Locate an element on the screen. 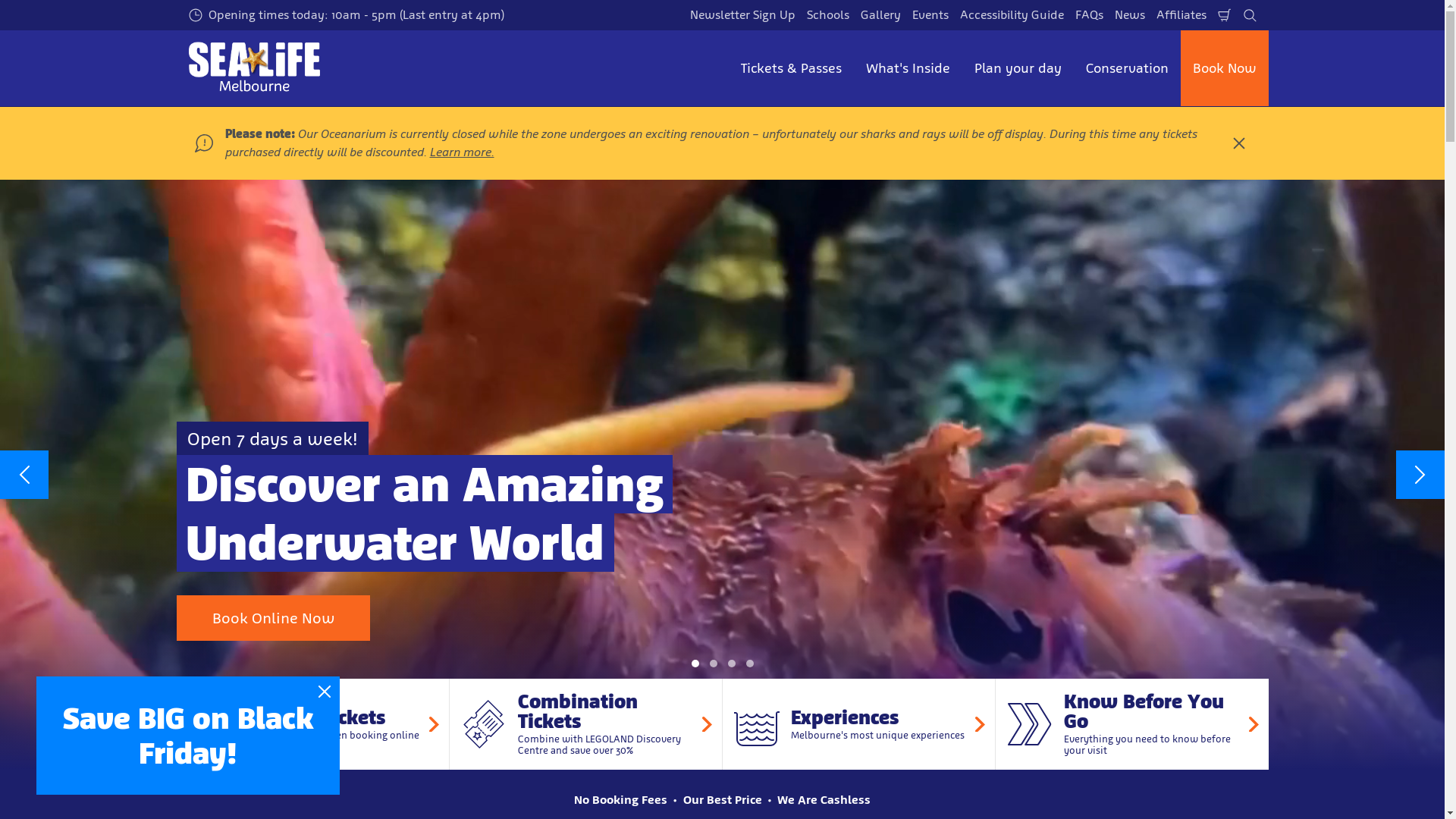  'Go to slide 1' is located at coordinates (694, 663).